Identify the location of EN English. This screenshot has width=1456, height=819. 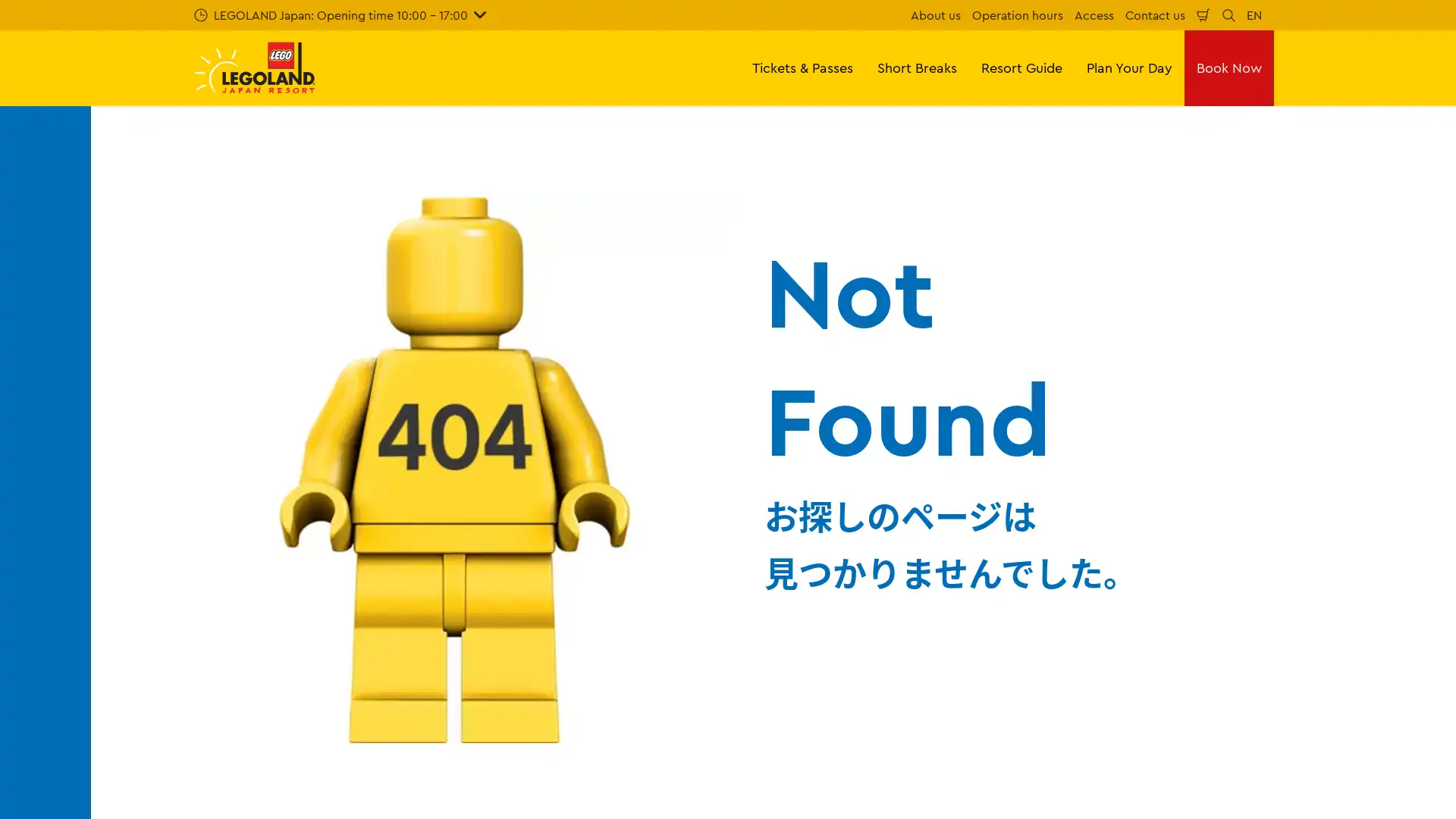
(1254, 14).